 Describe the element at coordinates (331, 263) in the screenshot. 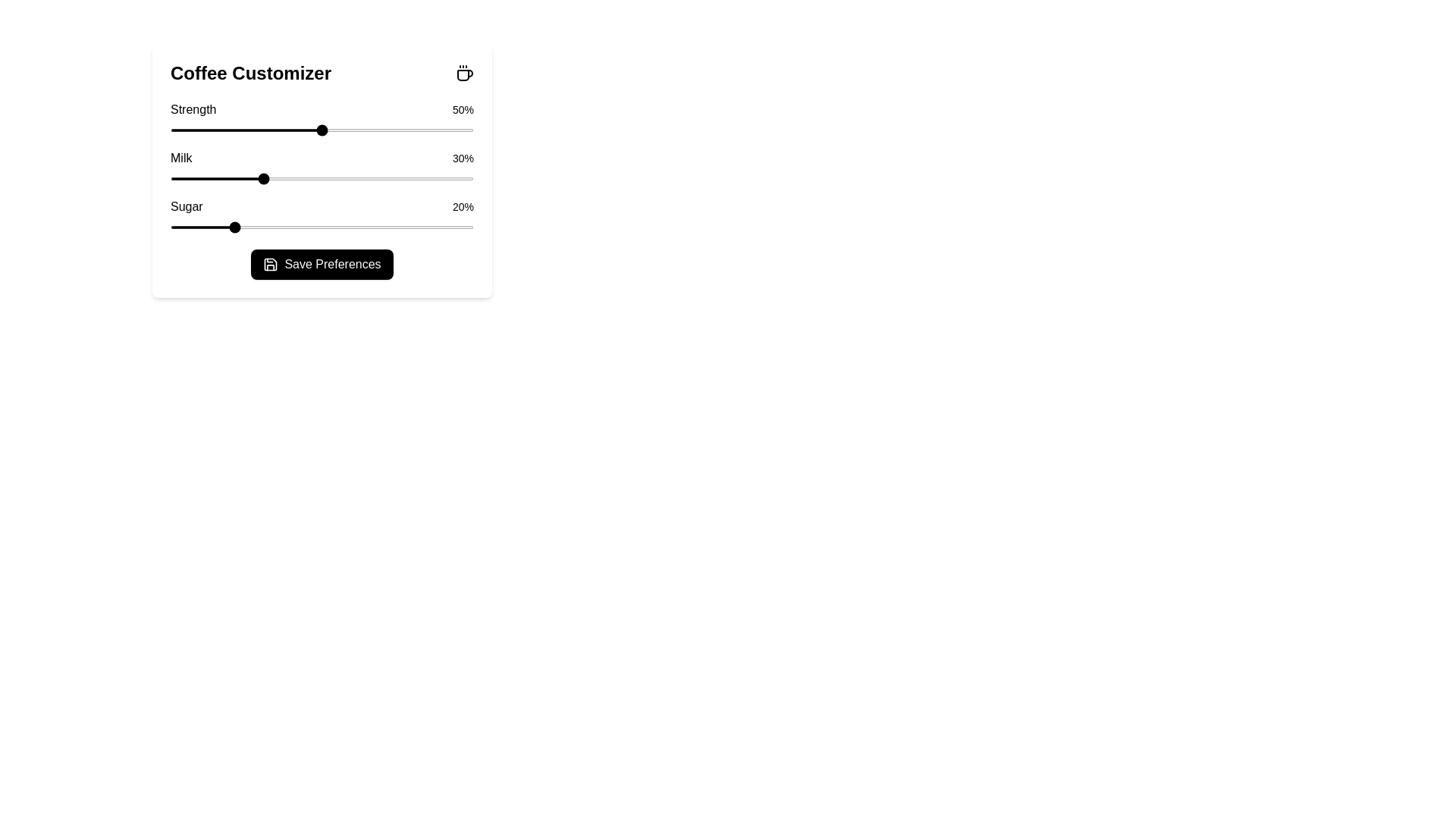

I see `the 'Save Preferences' button, which is a white text on a black rounded rectangular background located at the bottom of the 'Coffee Customizer' section` at that location.